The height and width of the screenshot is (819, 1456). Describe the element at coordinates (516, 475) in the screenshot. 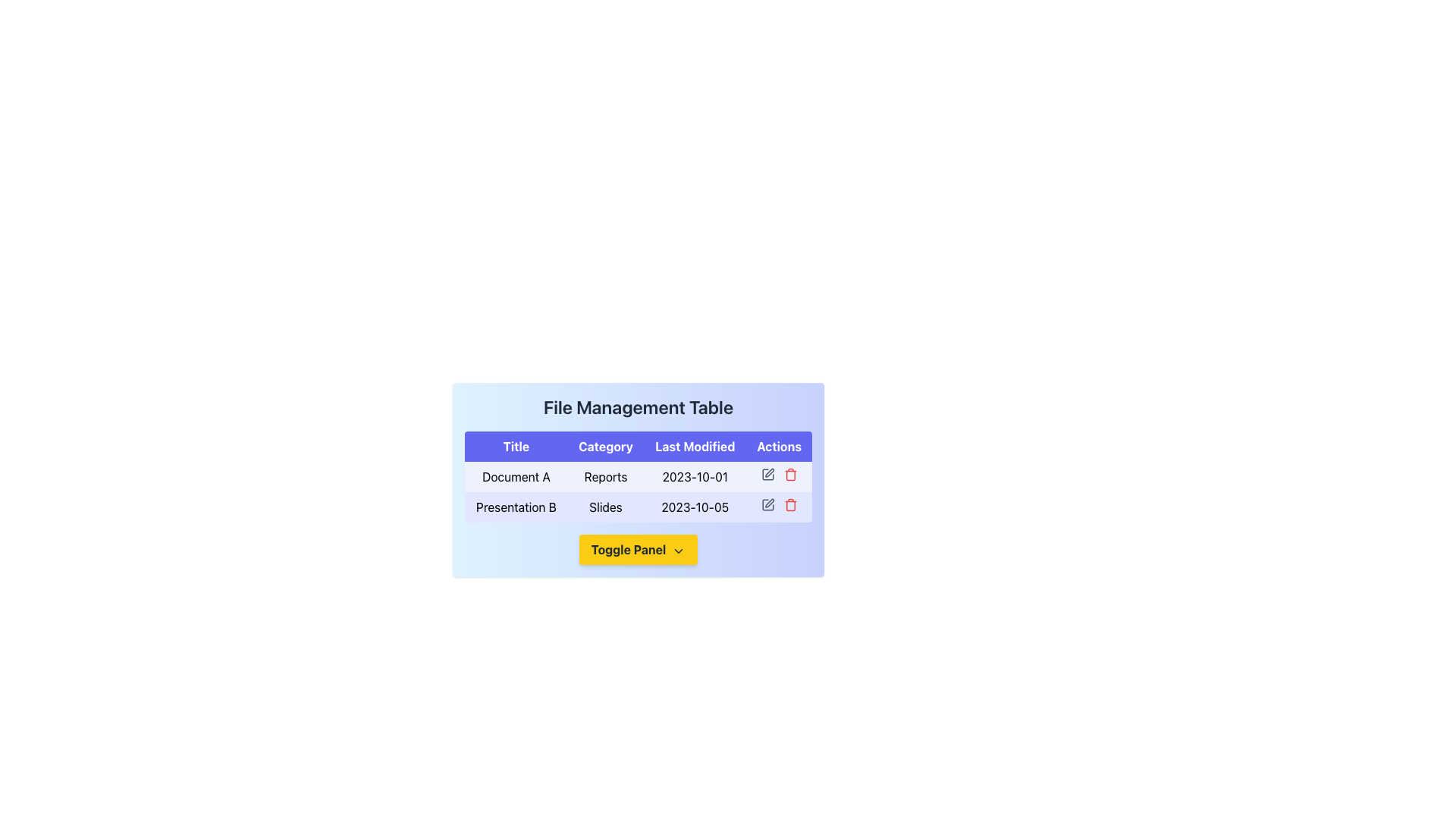

I see `the text label displaying 'Document A' located in the first column of the top data row in the table` at that location.